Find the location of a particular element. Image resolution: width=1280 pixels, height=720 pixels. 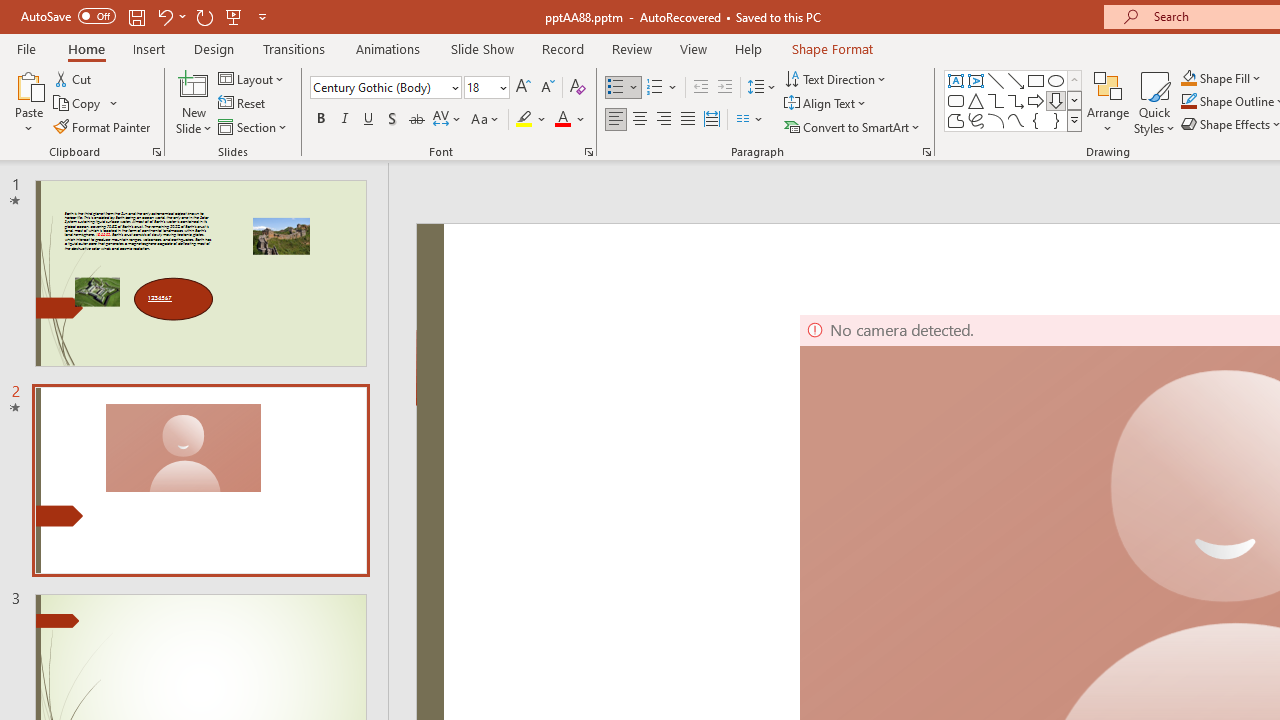

'Font Color Red' is located at coordinates (561, 119).